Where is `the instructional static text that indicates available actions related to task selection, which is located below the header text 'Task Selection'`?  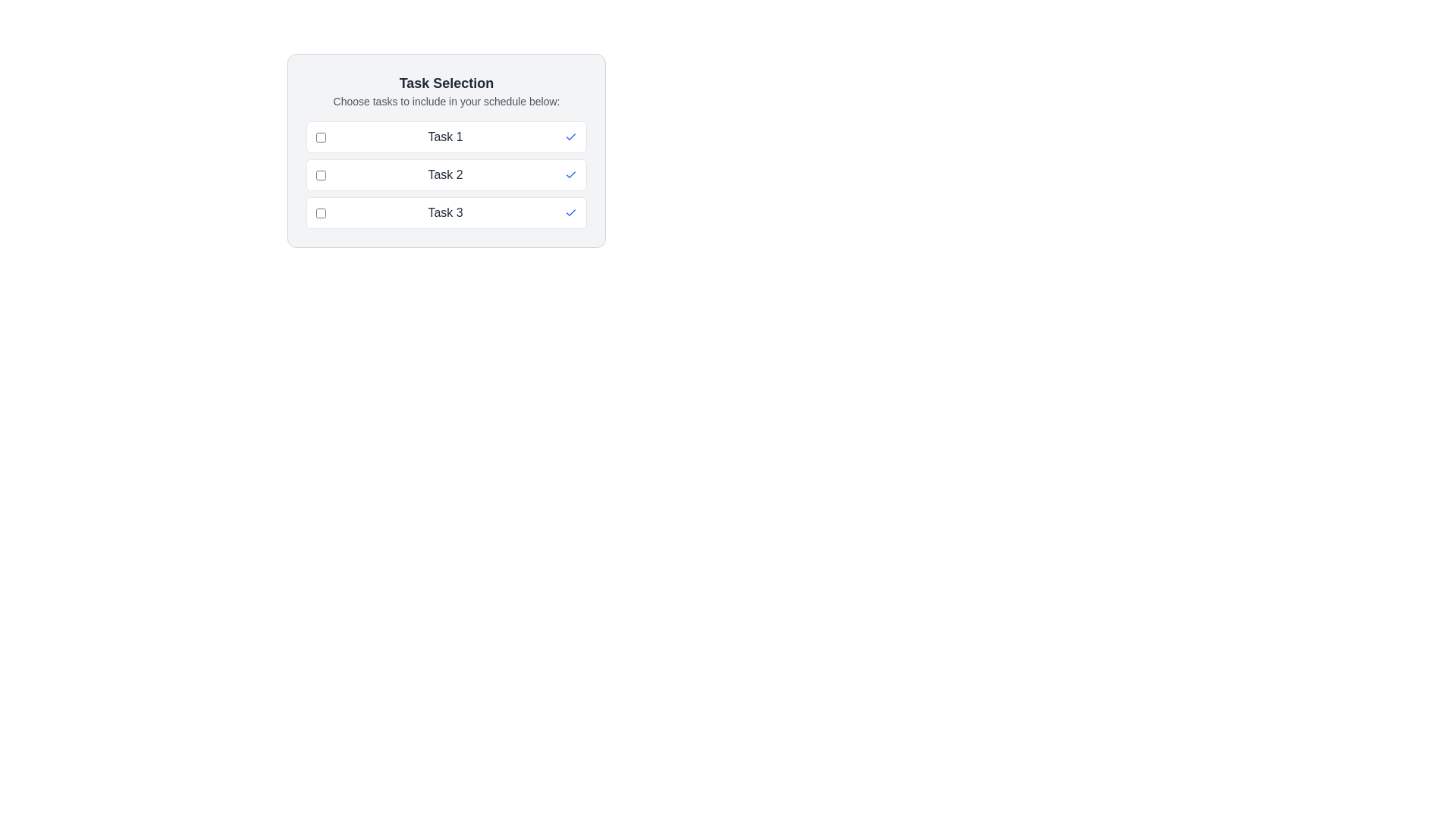 the instructional static text that indicates available actions related to task selection, which is located below the header text 'Task Selection' is located at coordinates (446, 102).